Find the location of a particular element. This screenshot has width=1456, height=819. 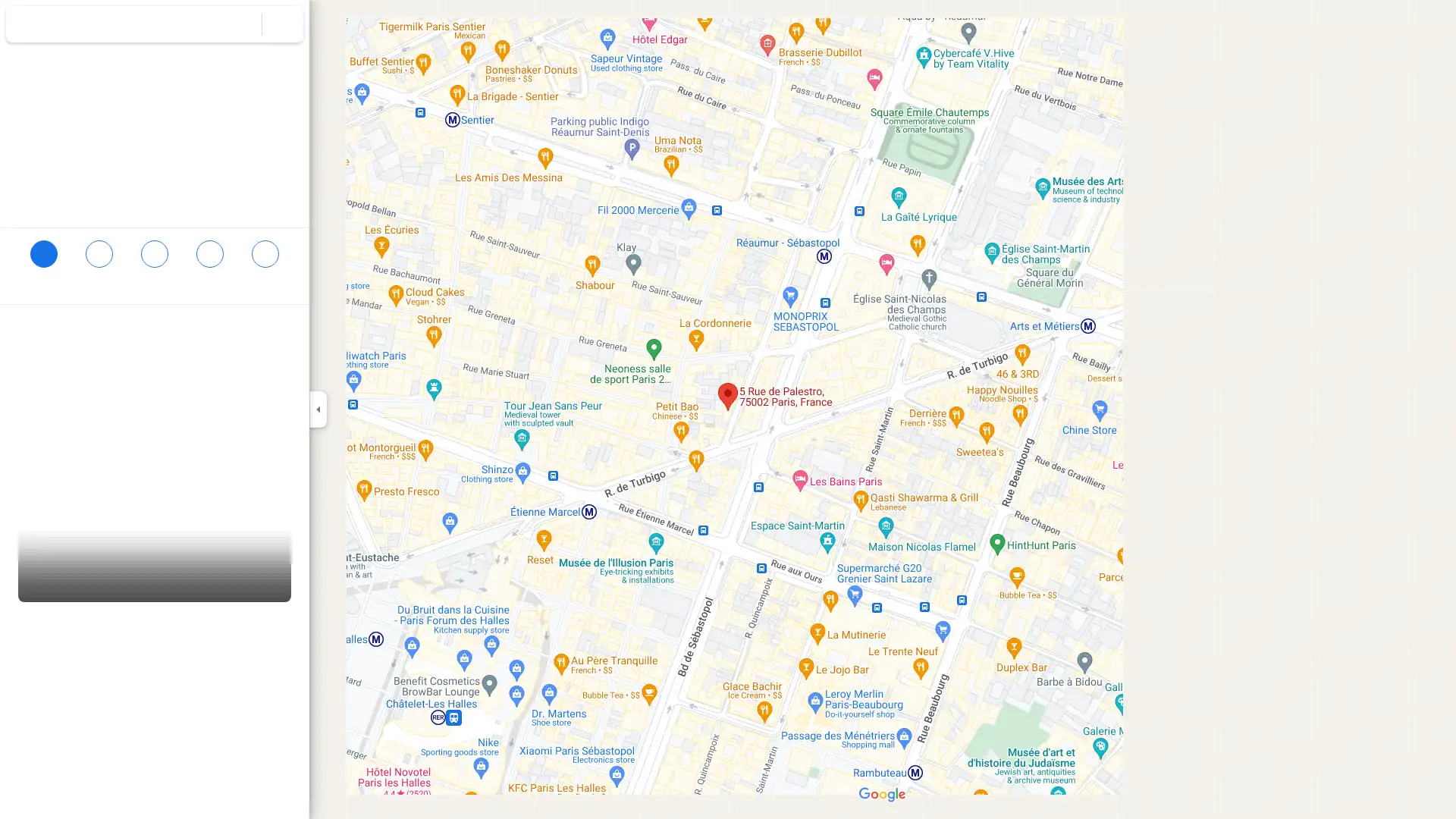

Search is located at coordinates (240, 24).